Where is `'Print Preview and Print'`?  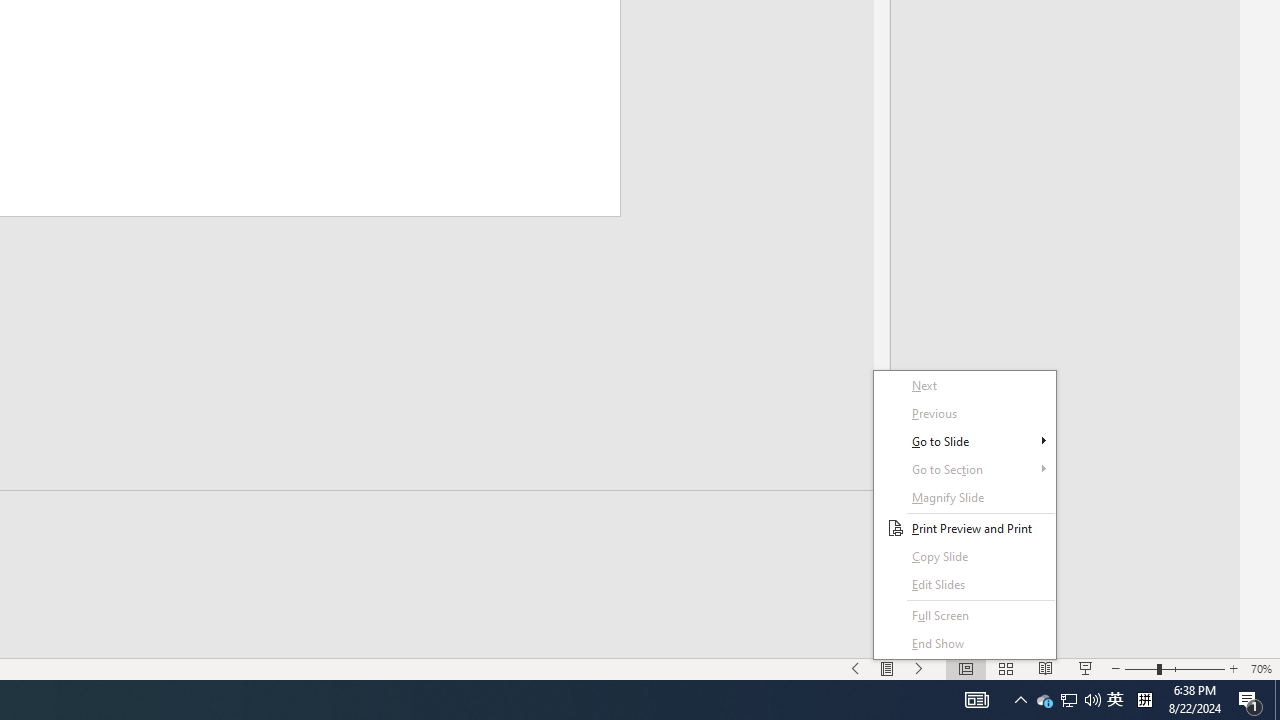 'Print Preview and Print' is located at coordinates (965, 527).